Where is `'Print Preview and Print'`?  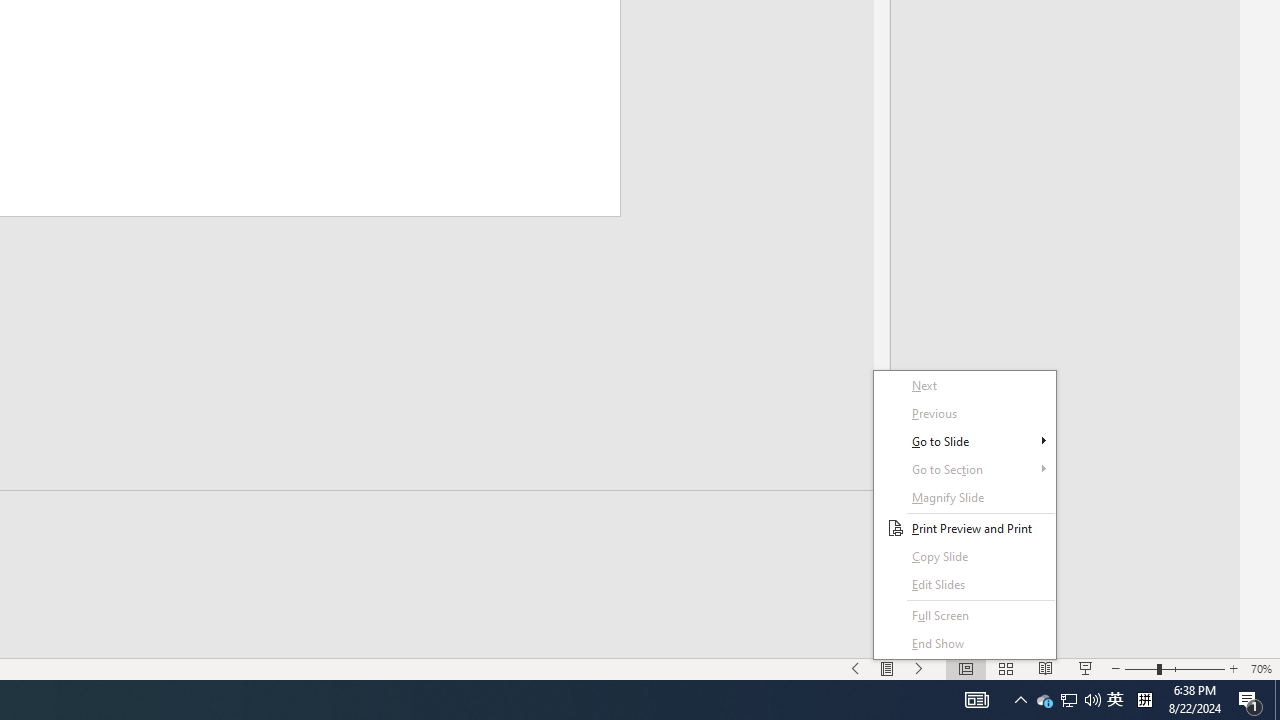 'Print Preview and Print' is located at coordinates (965, 527).